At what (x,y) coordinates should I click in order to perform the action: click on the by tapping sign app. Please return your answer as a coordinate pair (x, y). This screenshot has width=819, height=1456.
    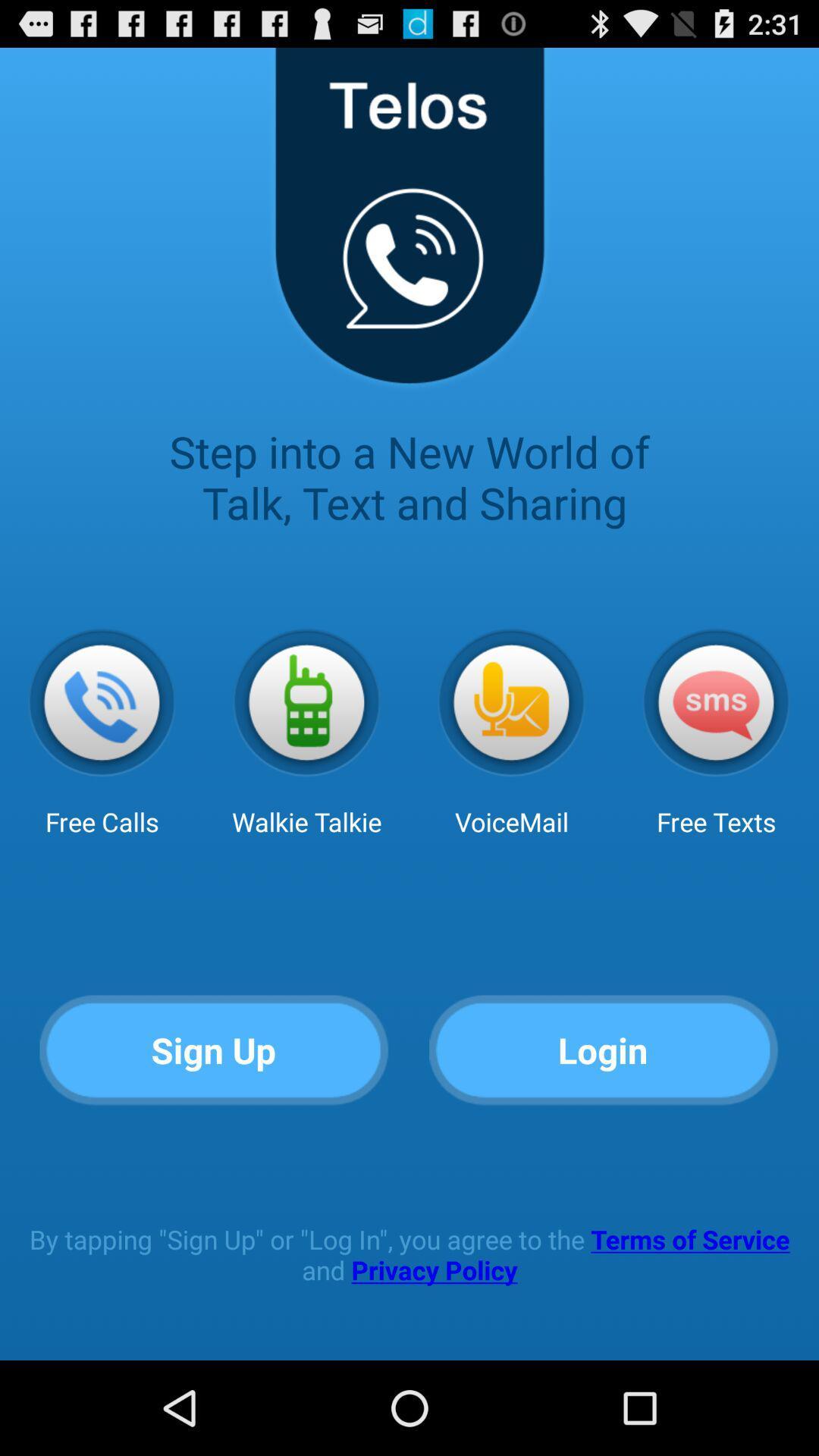
    Looking at the image, I should click on (409, 1254).